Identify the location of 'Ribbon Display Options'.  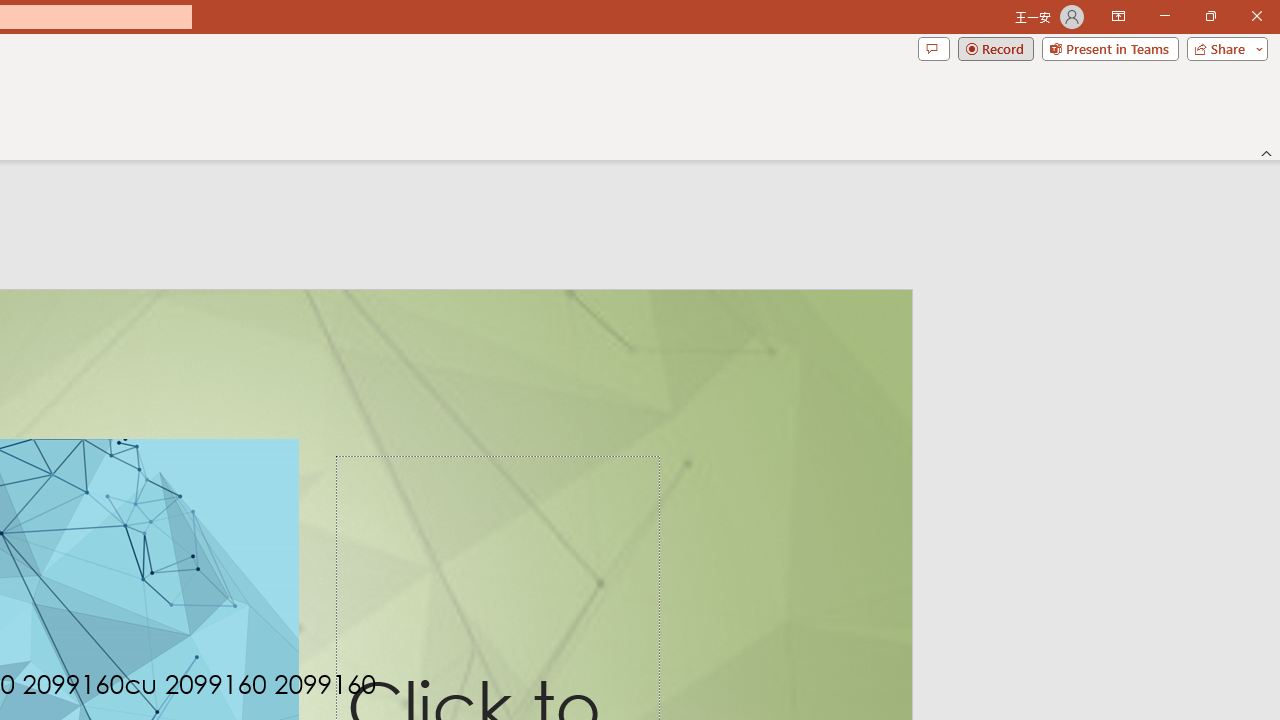
(1117, 16).